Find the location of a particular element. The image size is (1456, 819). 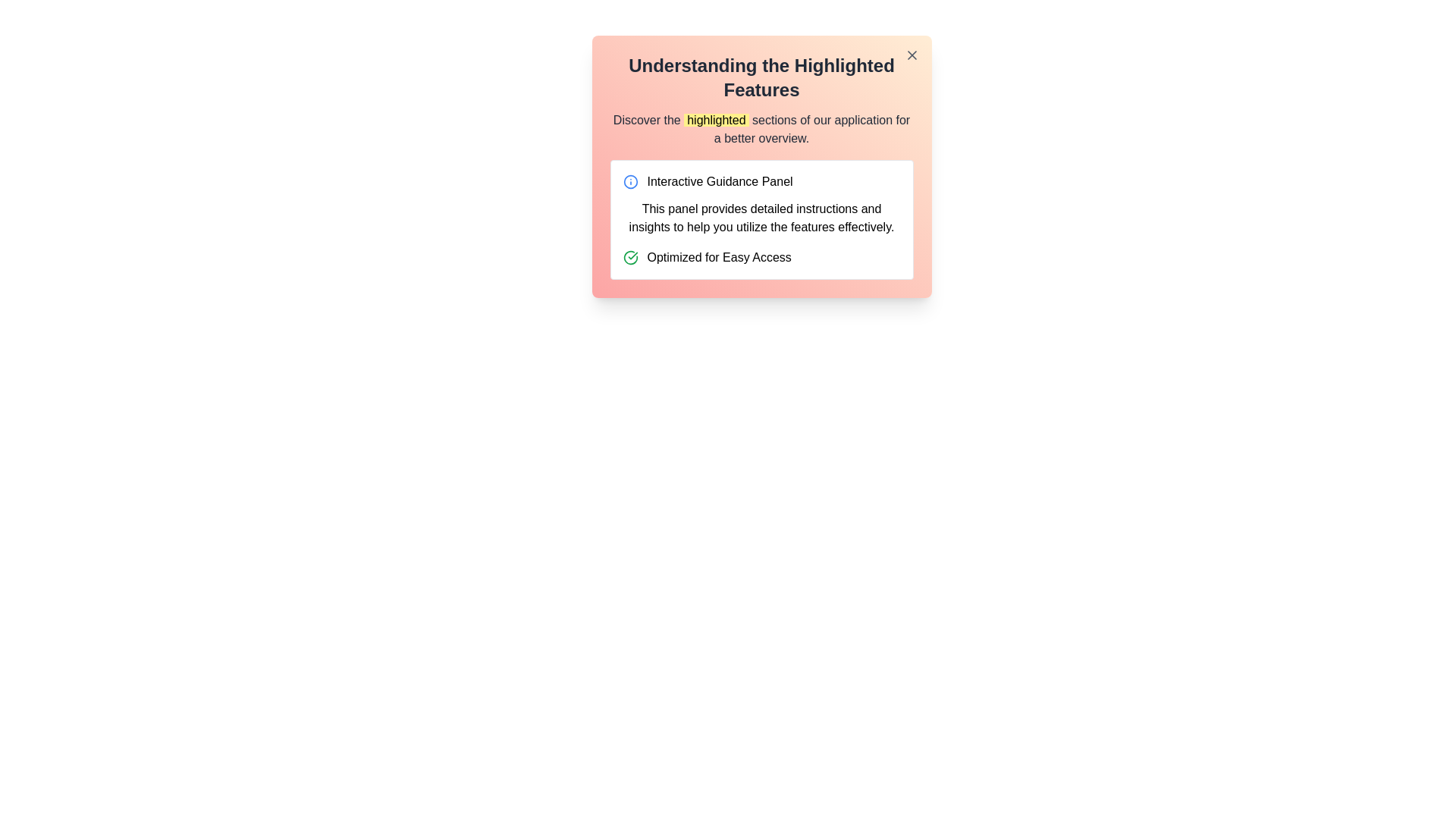

the styling of the Styled Text that emphasizes the word 'highlighted' in the informational panel's description, located in the second line after 'Discover the' is located at coordinates (715, 119).